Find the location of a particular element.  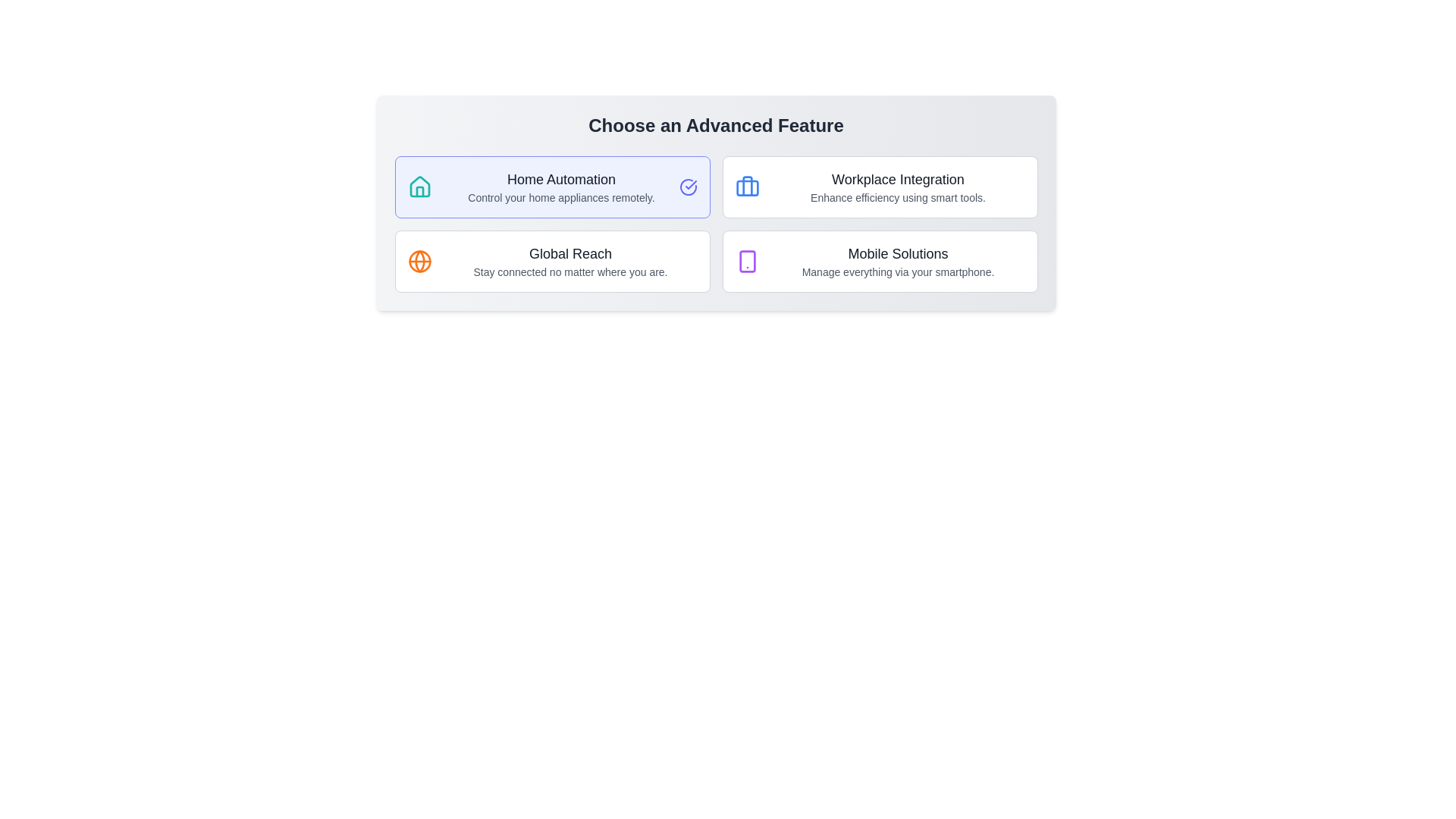

text label stating 'Home Automation' which is styled with a larger font size and medium weight, colored in dark gray, positioned above the descriptive text 'Control your home appliances remotely' is located at coordinates (560, 178).